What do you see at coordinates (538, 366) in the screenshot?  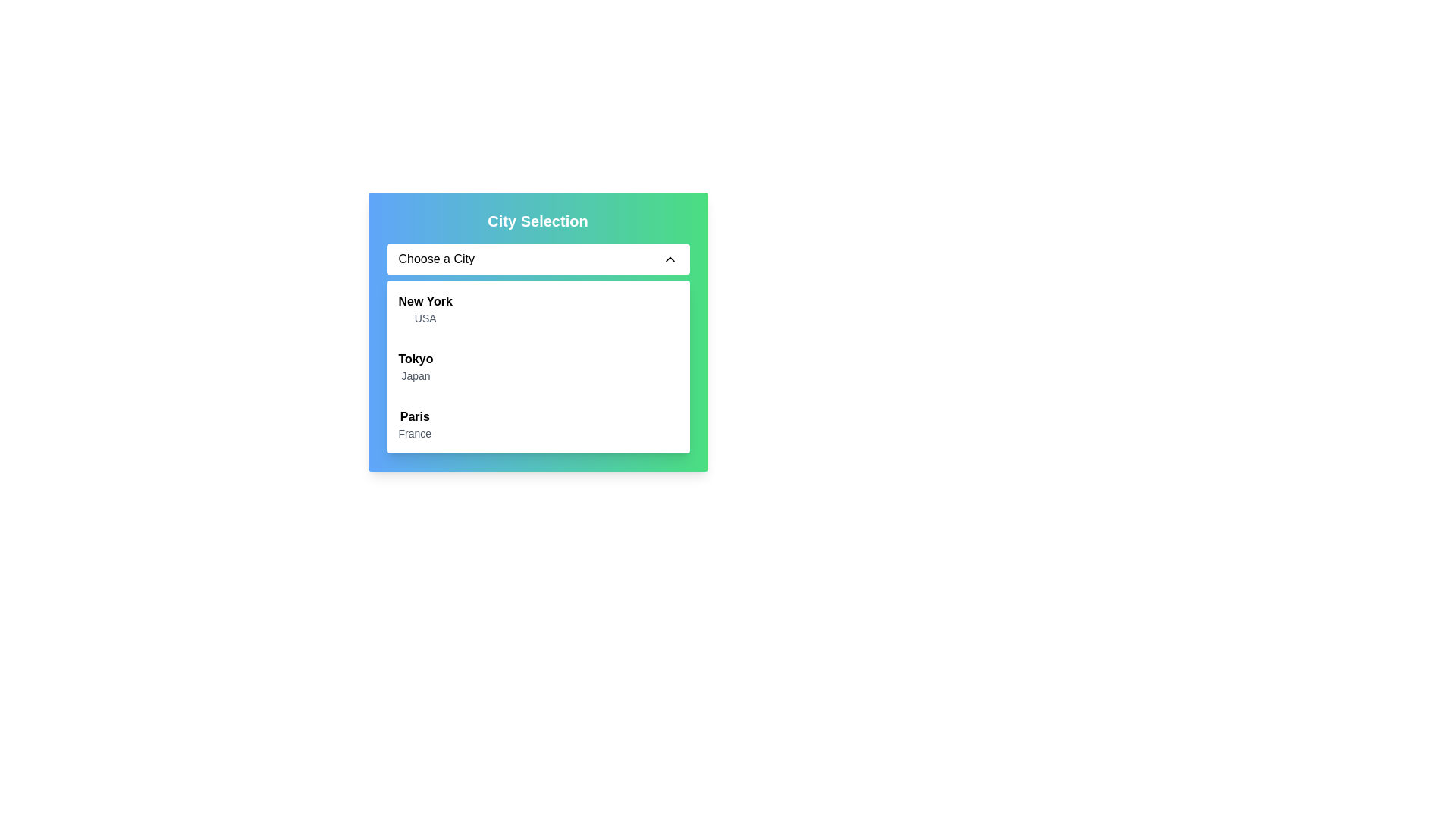 I see `the second item in the dropdown menu labeled 'Tokyo' under the 'Choose a City' selector` at bounding box center [538, 366].